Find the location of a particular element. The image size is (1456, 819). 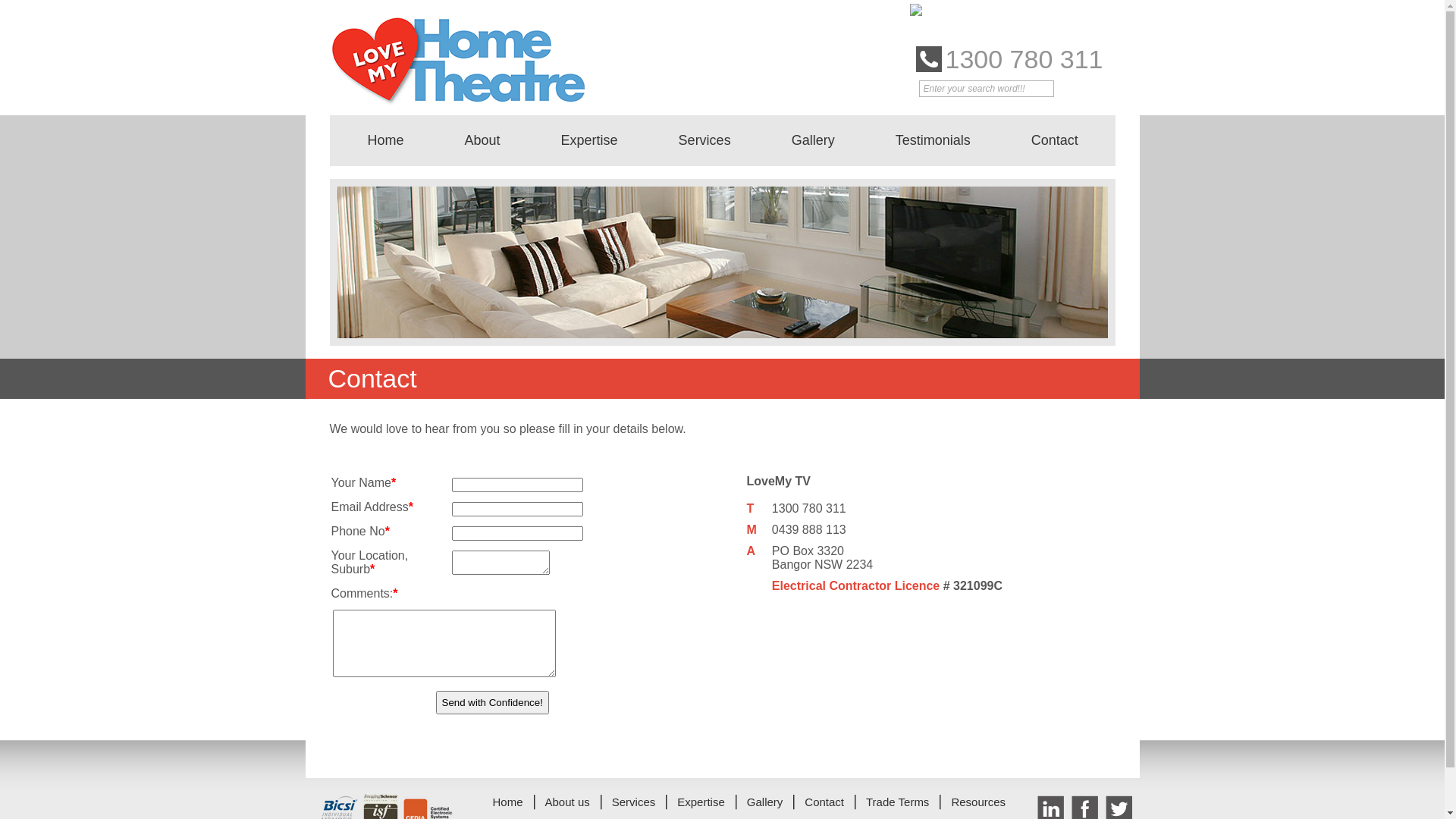

'Services' is located at coordinates (611, 801).